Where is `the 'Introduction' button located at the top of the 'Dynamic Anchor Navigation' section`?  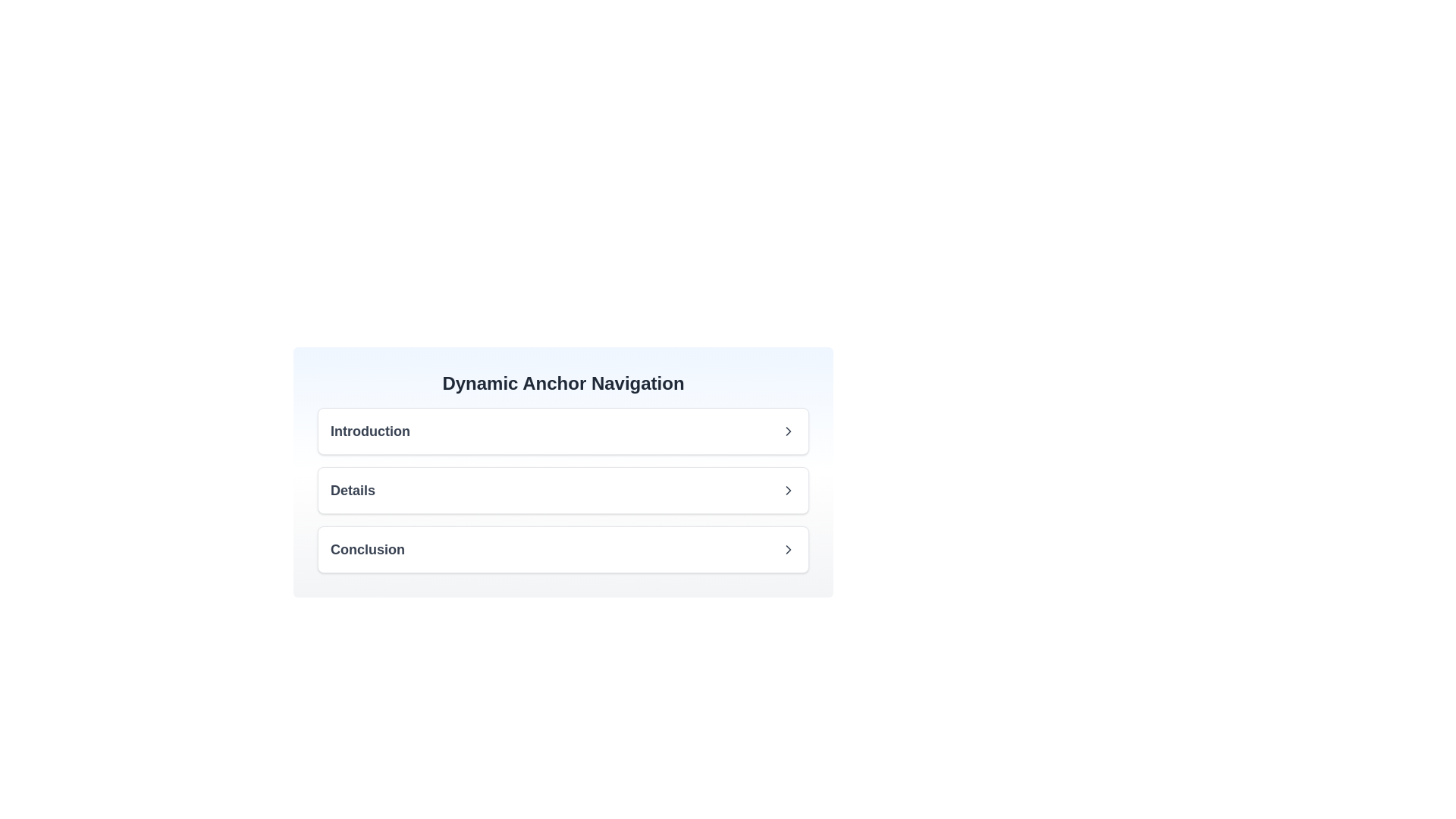
the 'Introduction' button located at the top of the 'Dynamic Anchor Navigation' section is located at coordinates (563, 431).